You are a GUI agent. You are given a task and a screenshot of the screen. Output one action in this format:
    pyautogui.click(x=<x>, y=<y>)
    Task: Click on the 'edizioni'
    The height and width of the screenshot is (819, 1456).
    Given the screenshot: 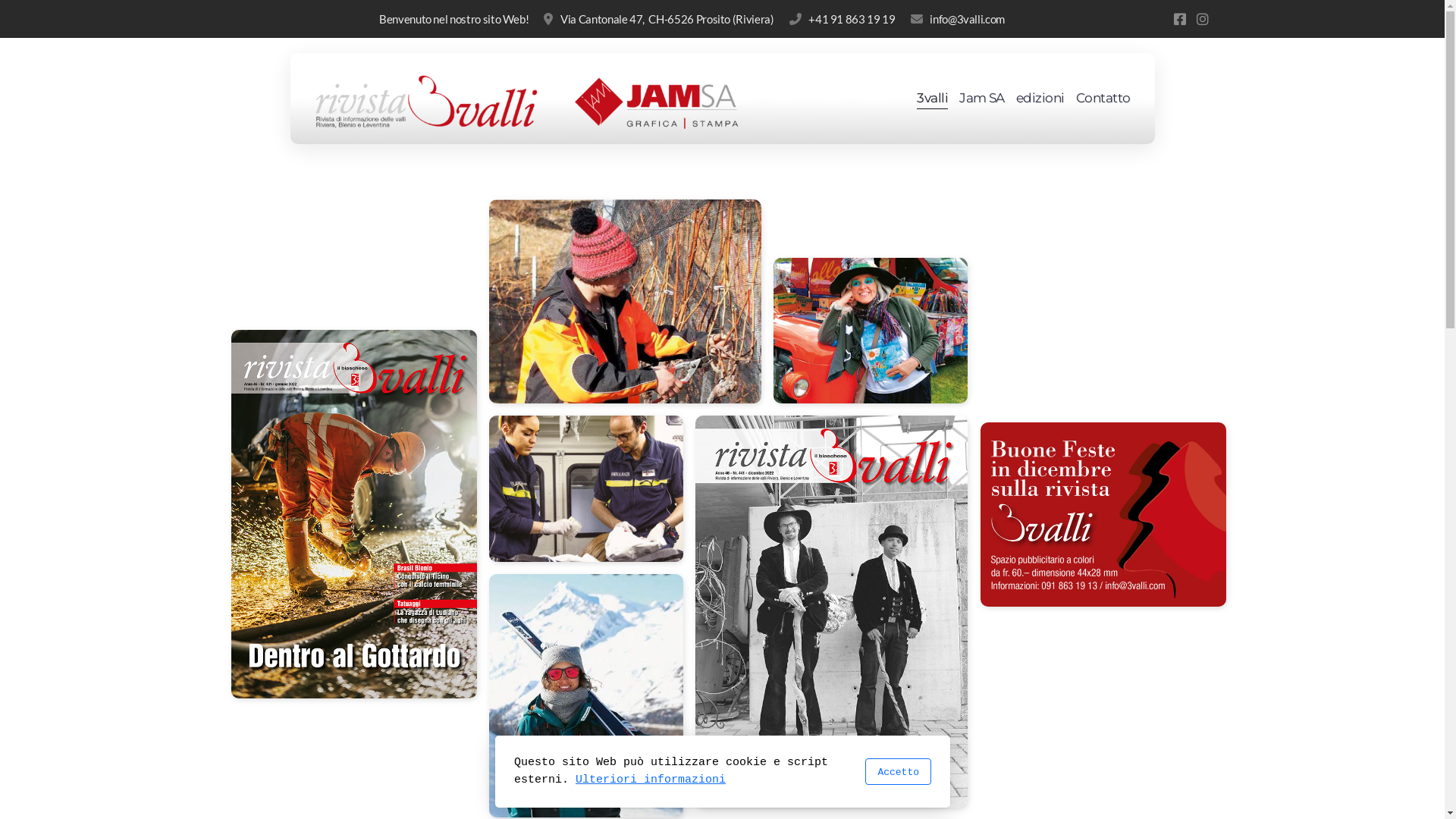 What is the action you would take?
    pyautogui.click(x=1040, y=99)
    